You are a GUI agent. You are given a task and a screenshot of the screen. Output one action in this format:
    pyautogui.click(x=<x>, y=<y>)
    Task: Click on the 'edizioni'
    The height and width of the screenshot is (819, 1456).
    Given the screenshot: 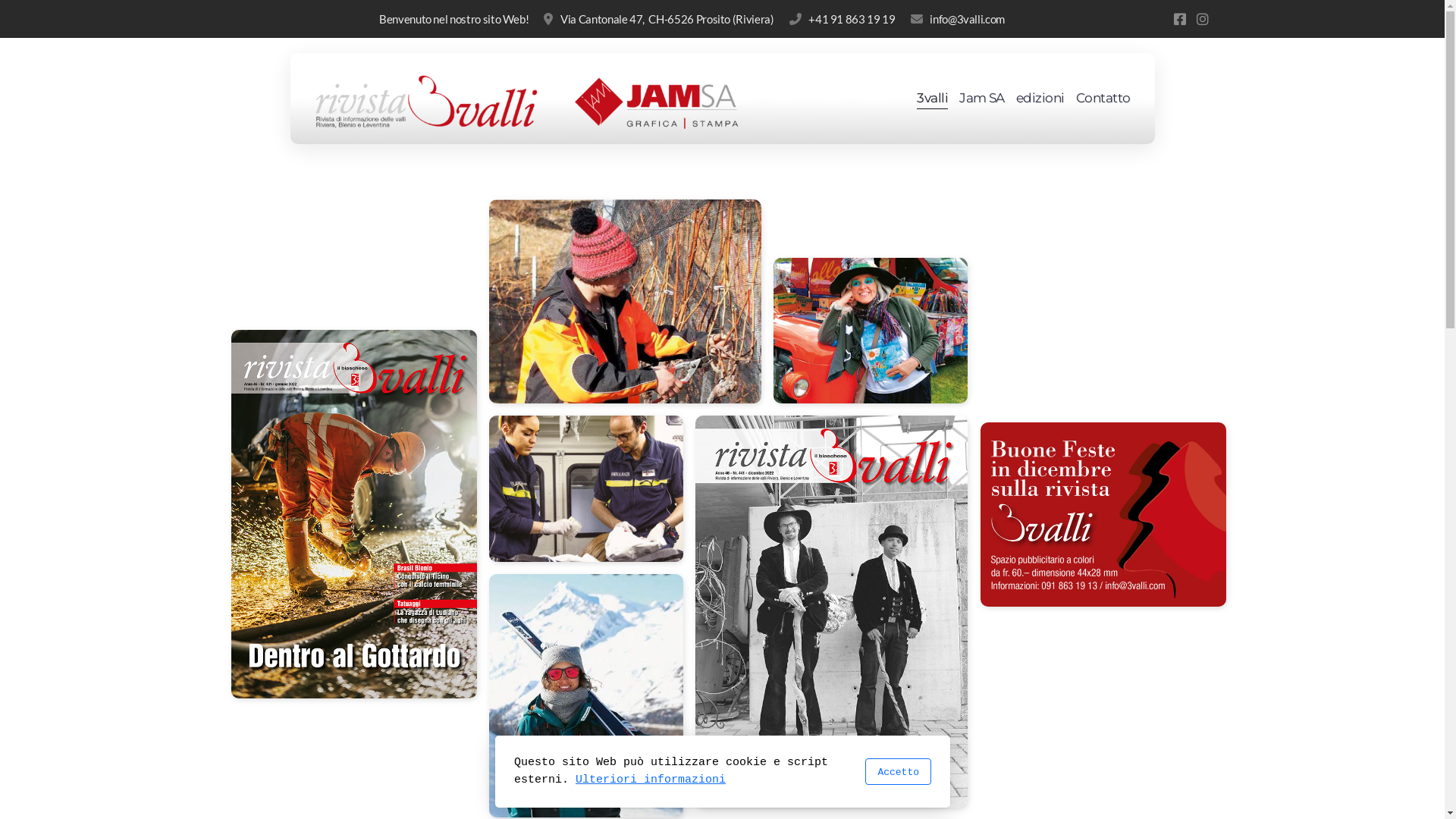 What is the action you would take?
    pyautogui.click(x=1040, y=99)
    